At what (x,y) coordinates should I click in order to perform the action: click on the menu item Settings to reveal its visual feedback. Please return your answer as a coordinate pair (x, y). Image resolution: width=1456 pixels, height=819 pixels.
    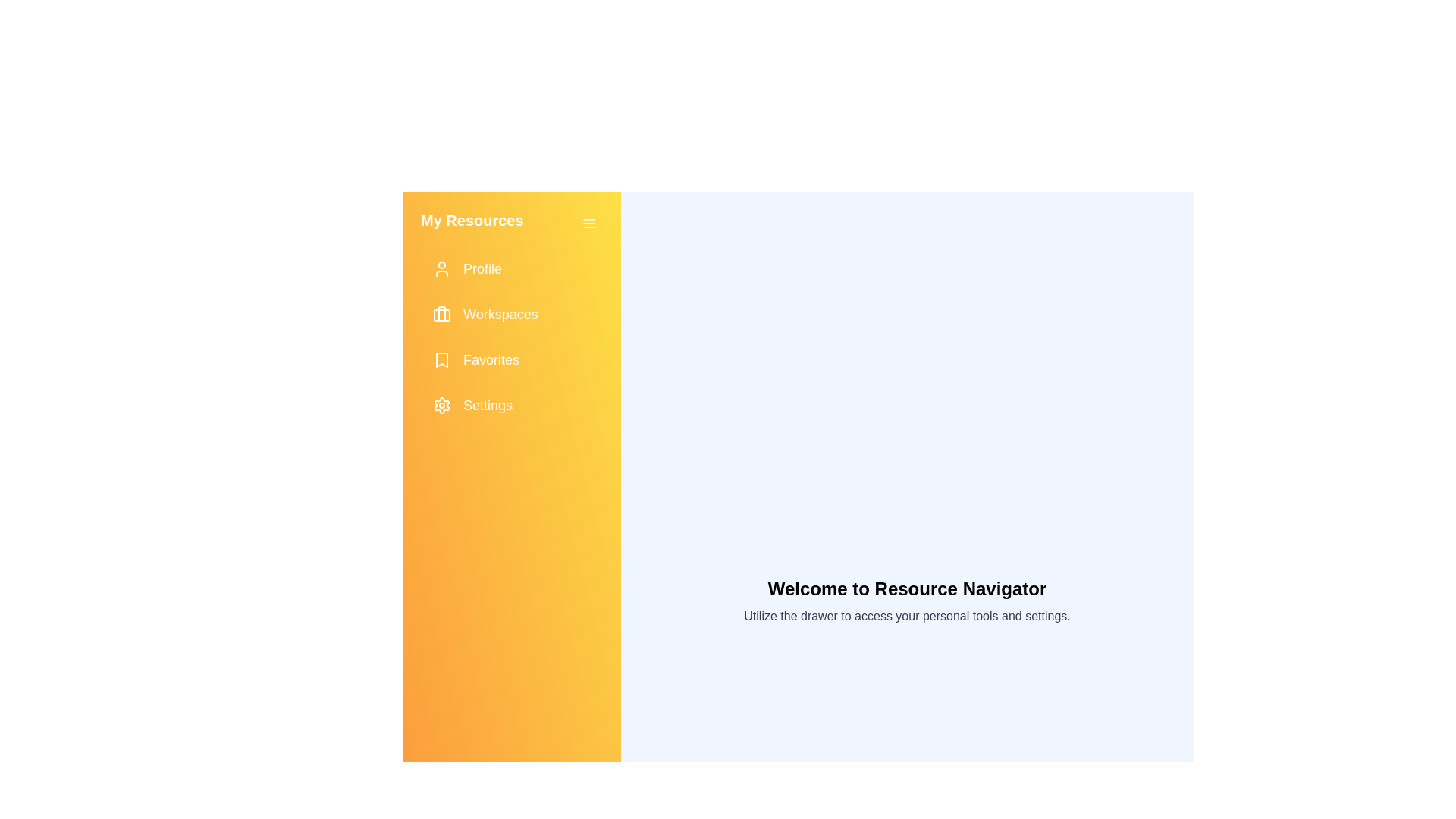
    Looking at the image, I should click on (512, 405).